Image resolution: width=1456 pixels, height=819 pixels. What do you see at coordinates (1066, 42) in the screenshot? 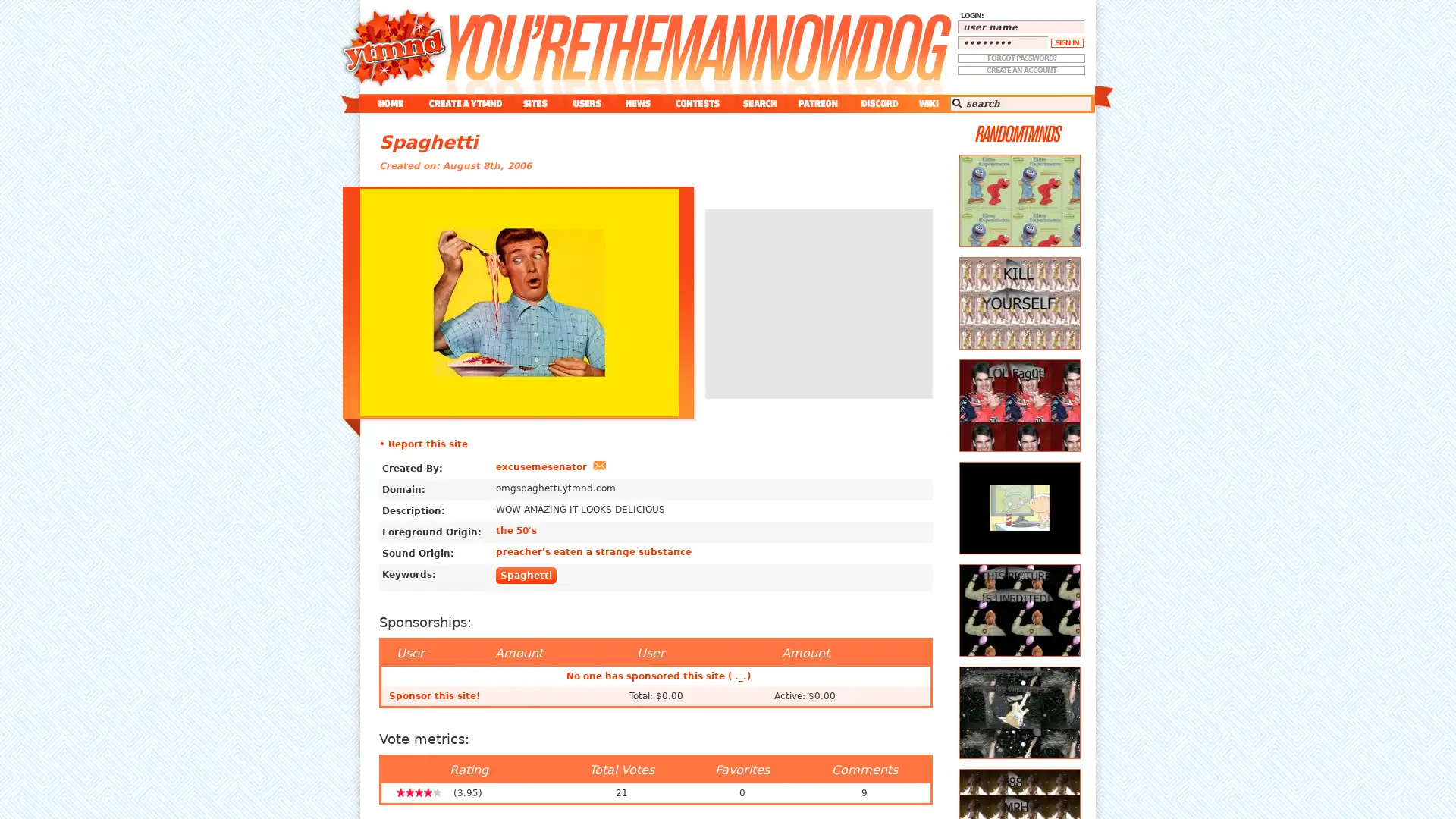
I see `sign in` at bounding box center [1066, 42].